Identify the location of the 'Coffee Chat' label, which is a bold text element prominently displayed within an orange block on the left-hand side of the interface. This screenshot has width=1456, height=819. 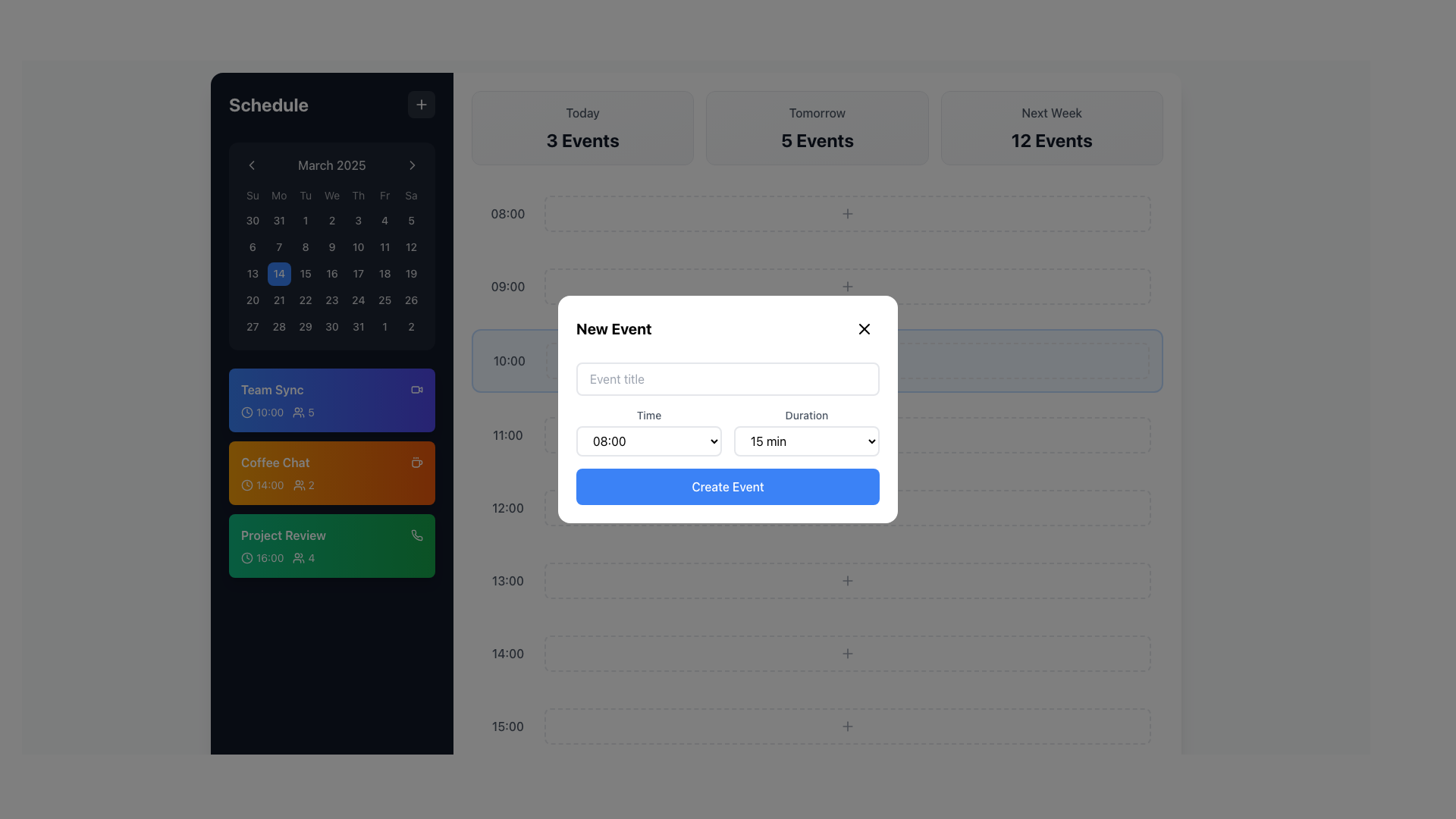
(275, 462).